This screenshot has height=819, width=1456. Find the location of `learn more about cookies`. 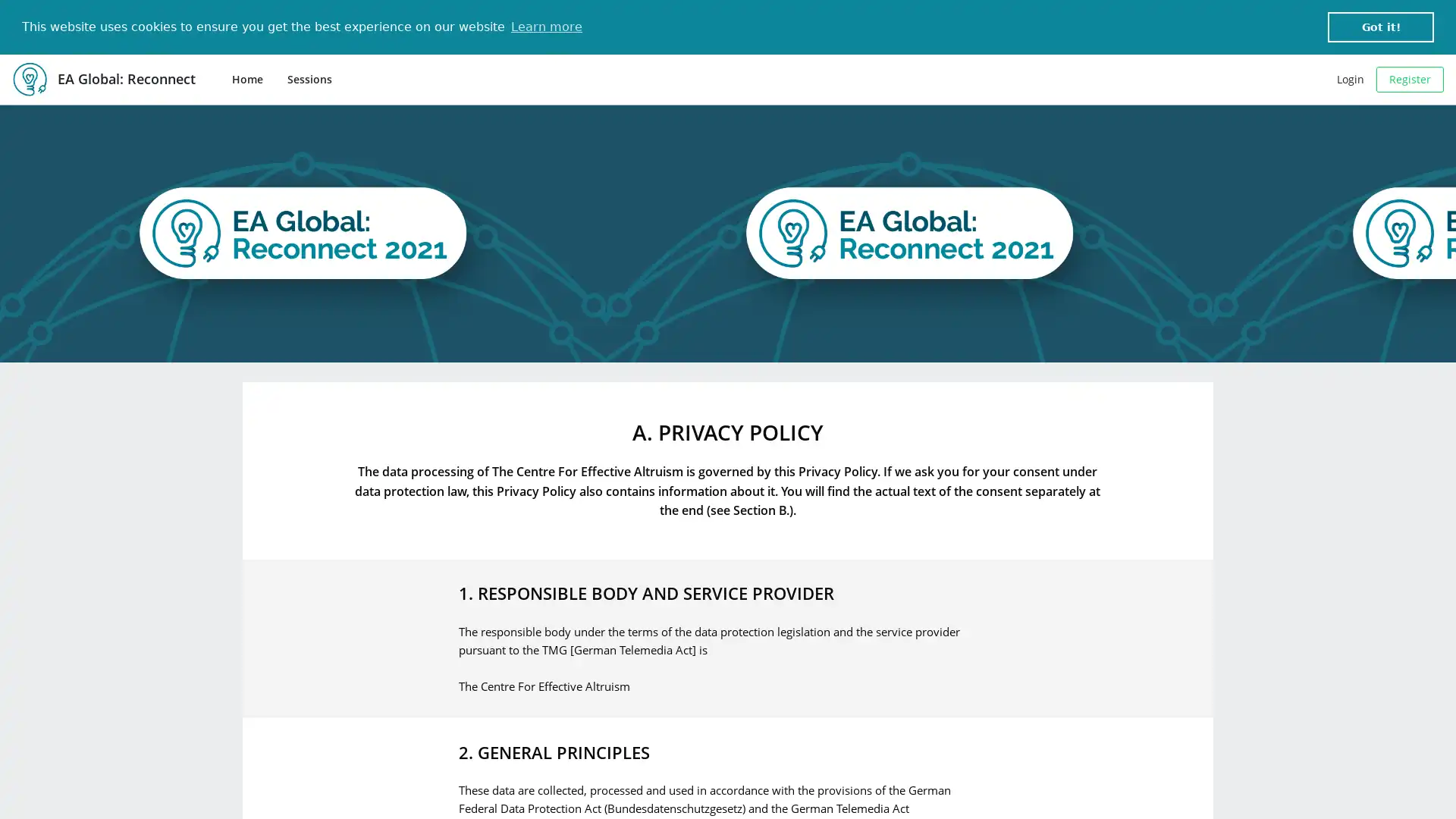

learn more about cookies is located at coordinates (546, 26).